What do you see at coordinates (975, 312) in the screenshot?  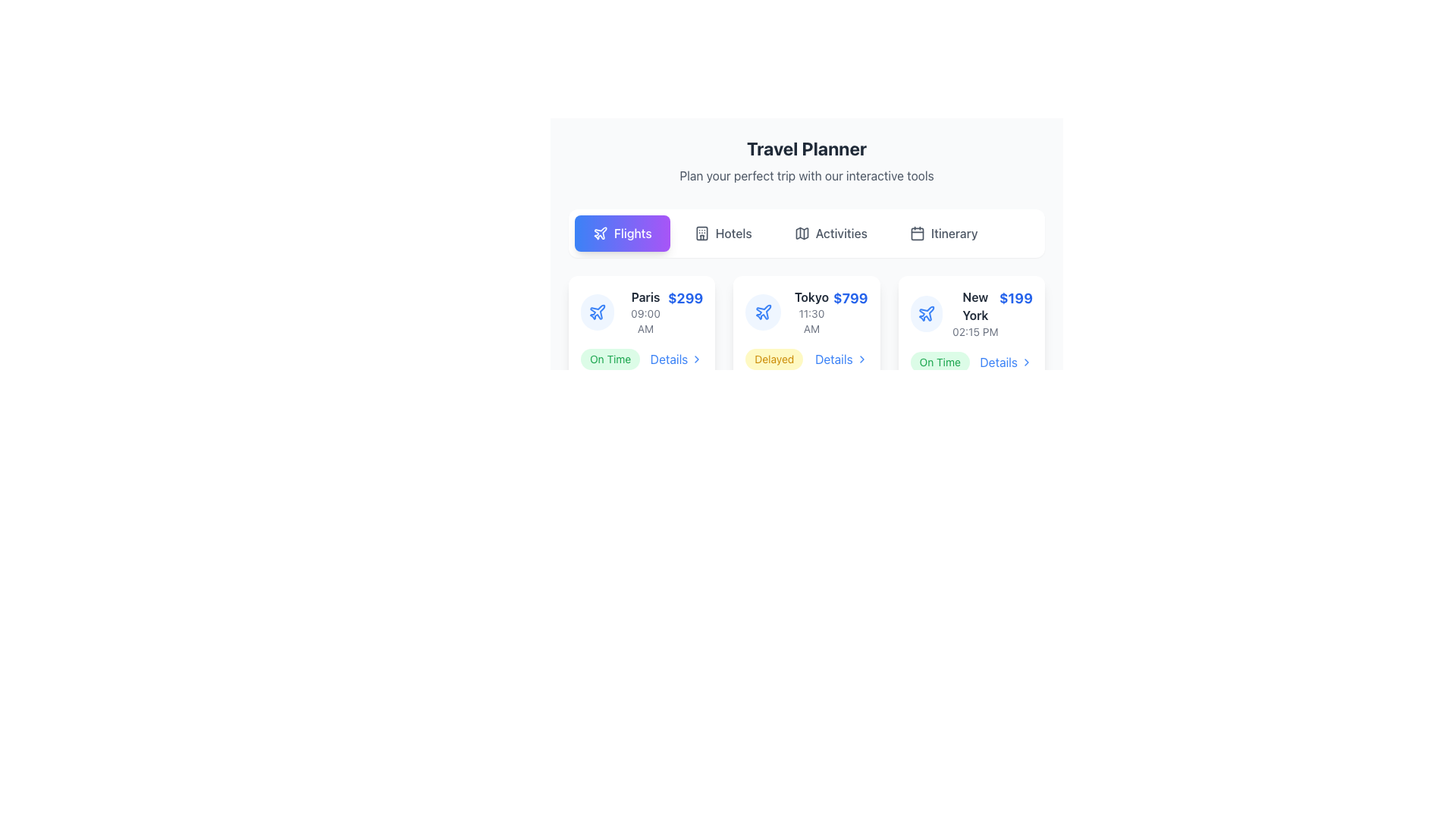 I see `the Text Display that shows 'New York' in bold and '02:15 PM' in smaller text, located at the top-right of the flight details card` at bounding box center [975, 312].